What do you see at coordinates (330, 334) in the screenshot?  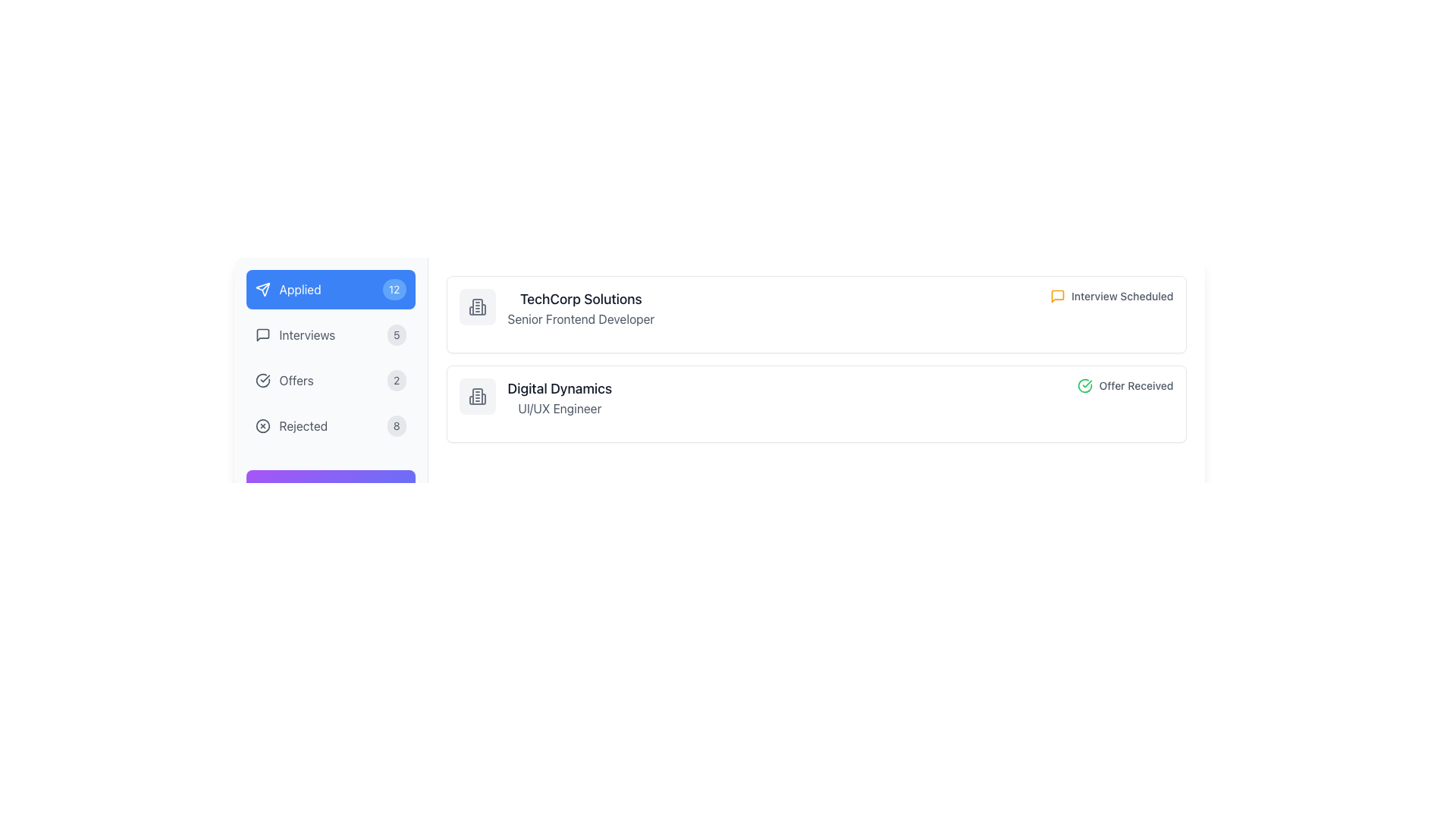 I see `the 'Interviews' button located in the left panel` at bounding box center [330, 334].